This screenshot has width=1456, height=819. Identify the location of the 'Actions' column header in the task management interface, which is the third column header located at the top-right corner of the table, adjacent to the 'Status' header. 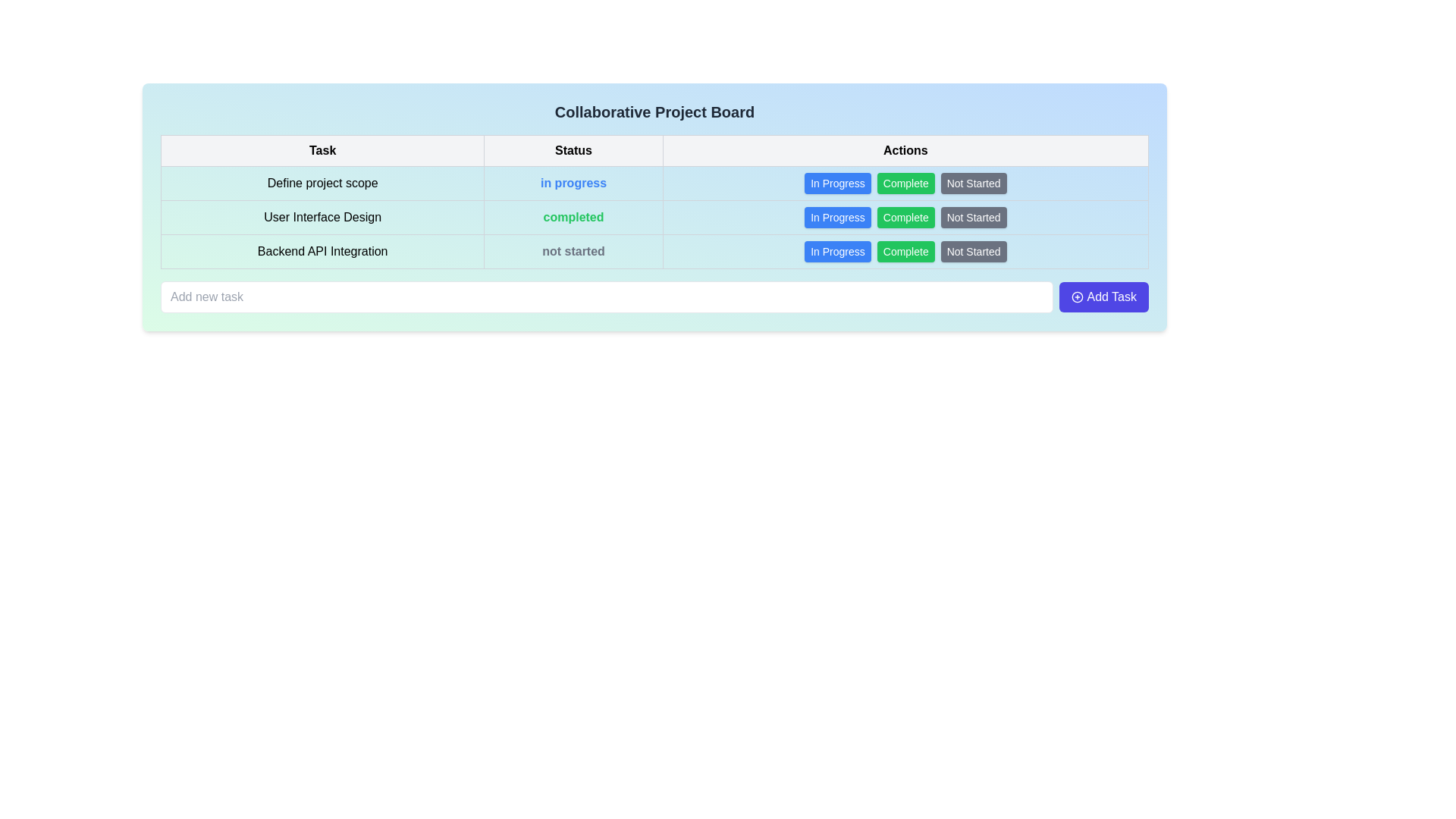
(905, 151).